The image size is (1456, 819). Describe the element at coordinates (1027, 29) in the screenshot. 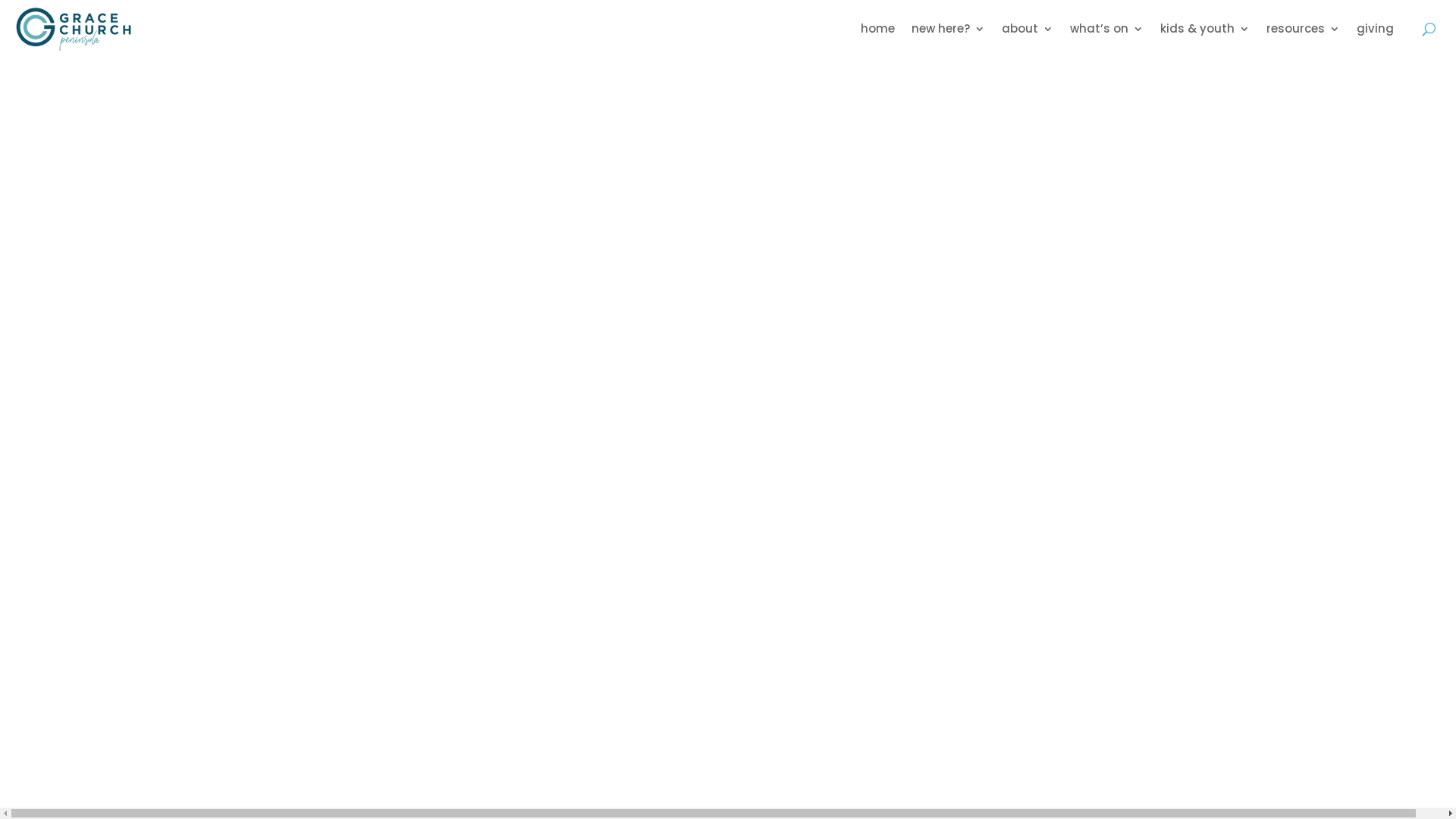

I see `'about'` at that location.